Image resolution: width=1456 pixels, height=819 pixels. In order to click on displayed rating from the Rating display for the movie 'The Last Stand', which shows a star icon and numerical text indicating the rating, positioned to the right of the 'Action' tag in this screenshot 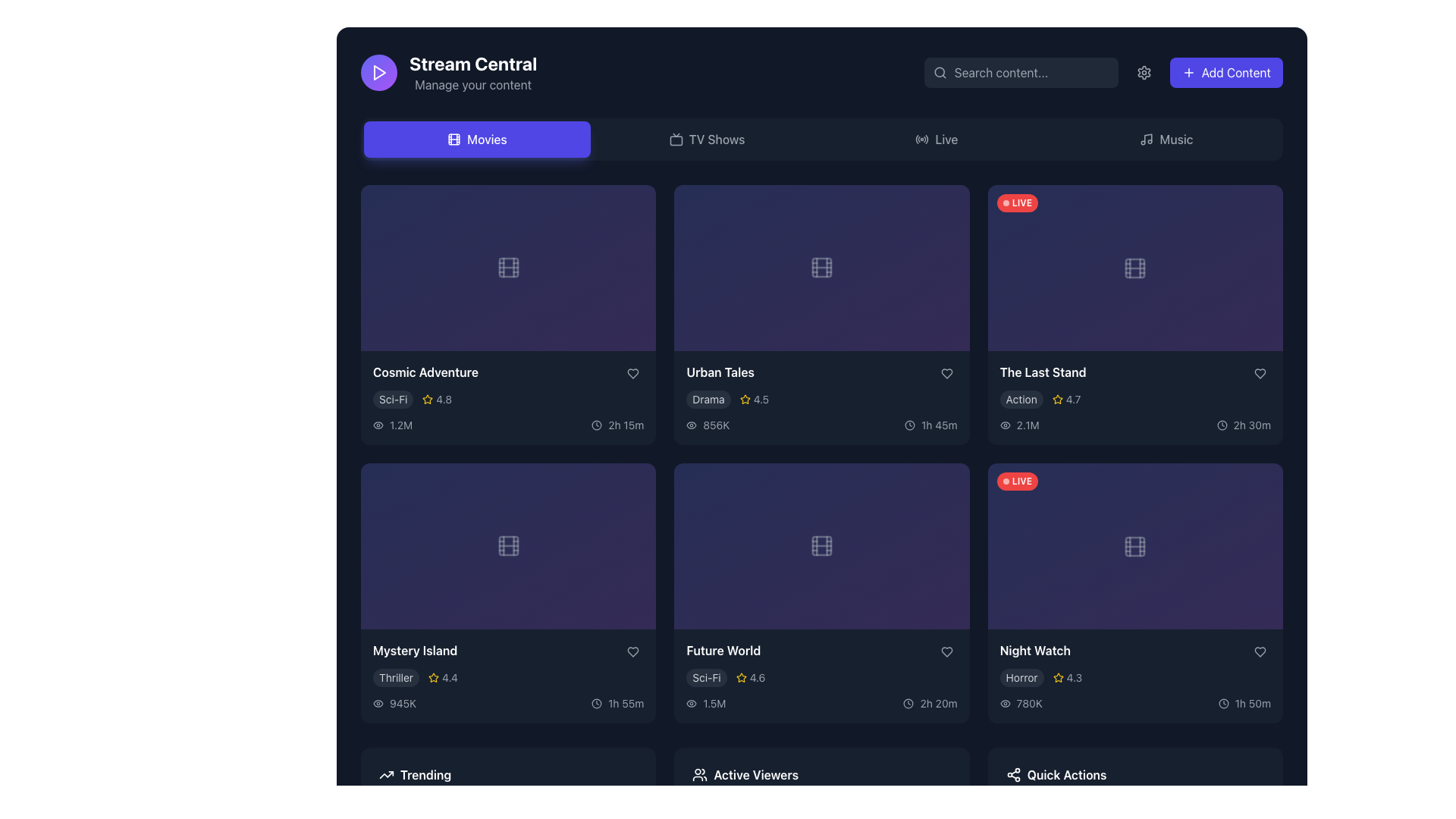, I will do `click(1065, 399)`.